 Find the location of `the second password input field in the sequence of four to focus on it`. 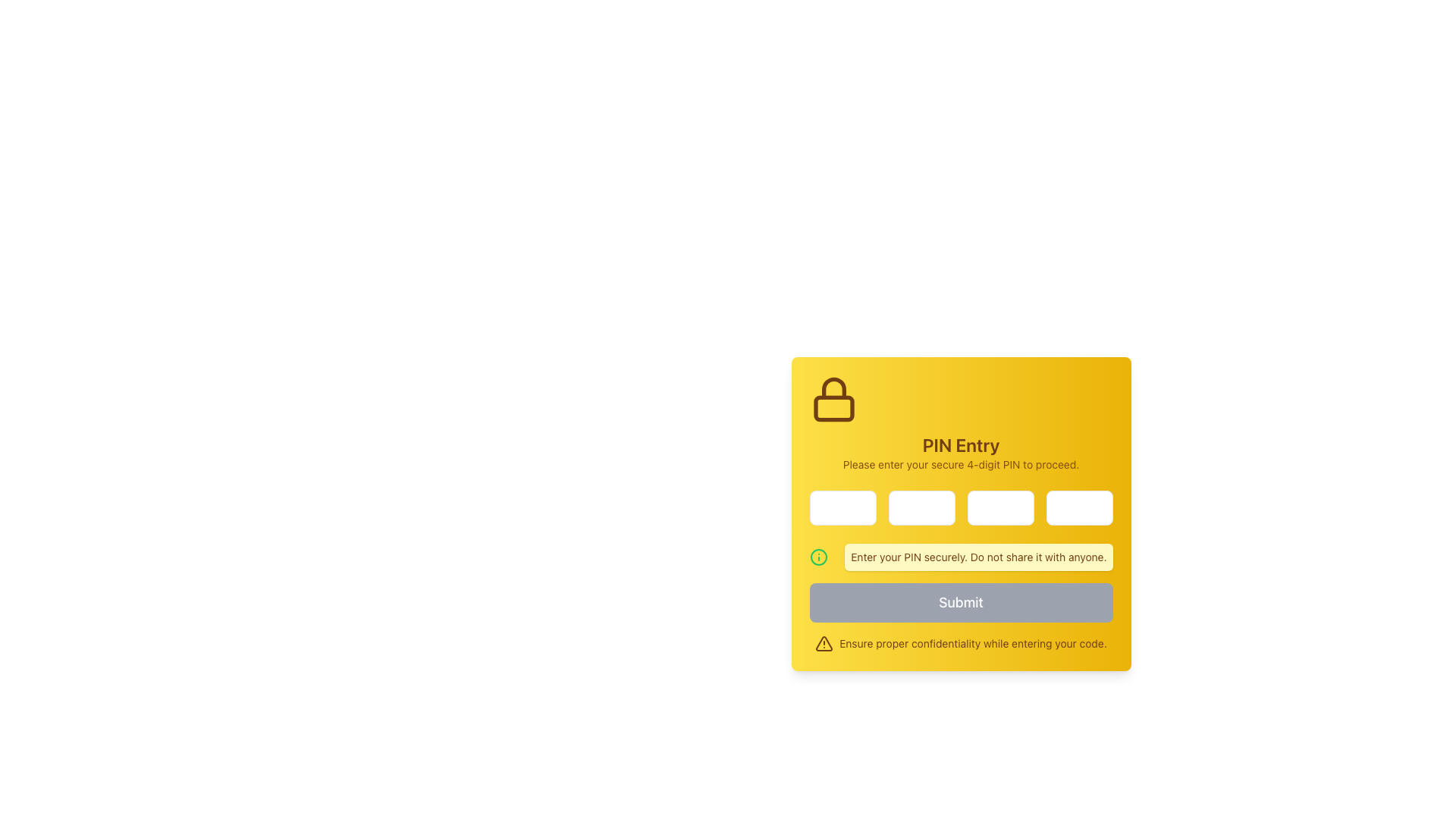

the second password input field in the sequence of four to focus on it is located at coordinates (921, 508).